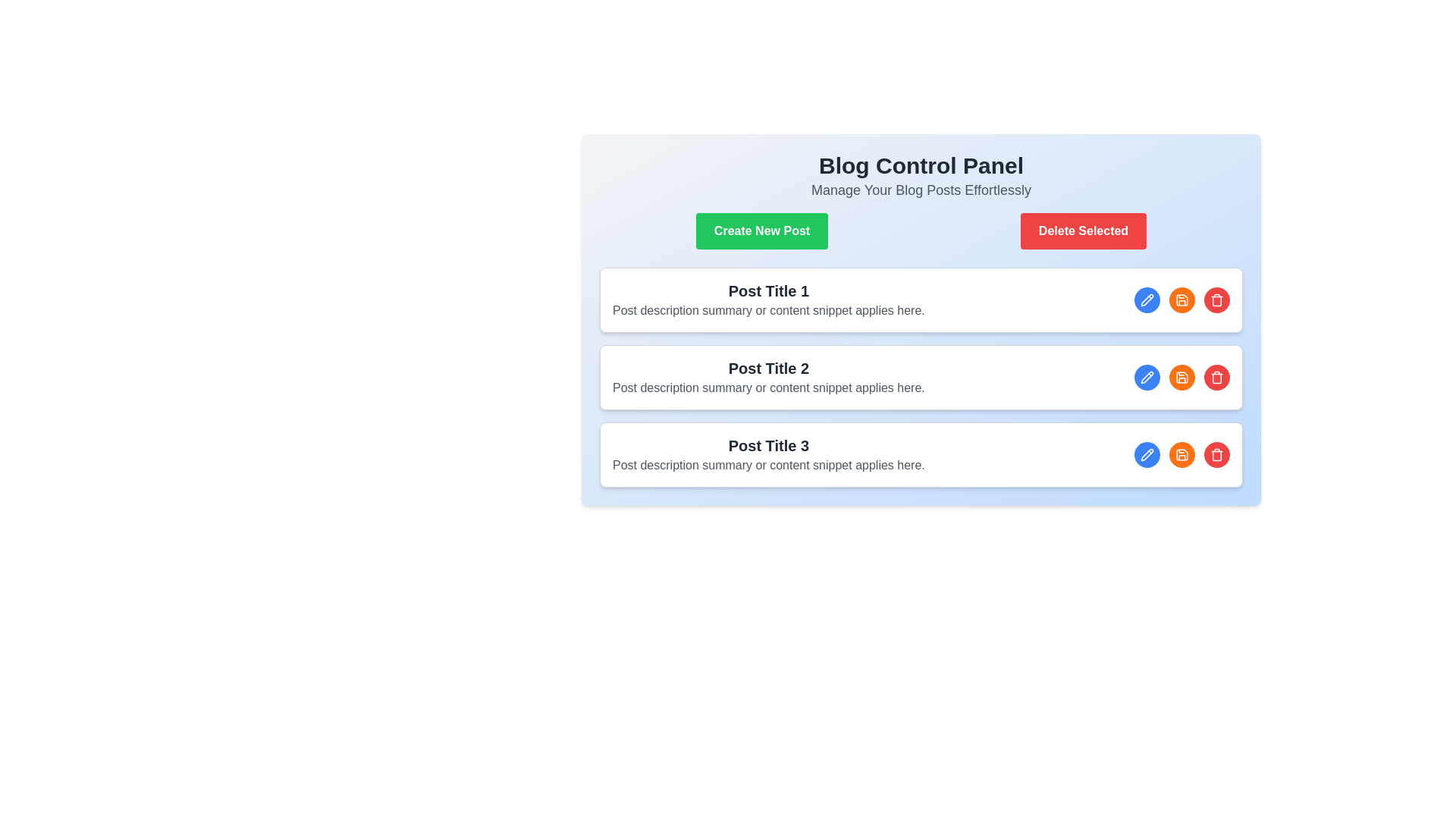  Describe the element at coordinates (1216, 300) in the screenshot. I see `the rightmost delete button in the action section of the first blog post entry under the 'Blog Control Panel'` at that location.